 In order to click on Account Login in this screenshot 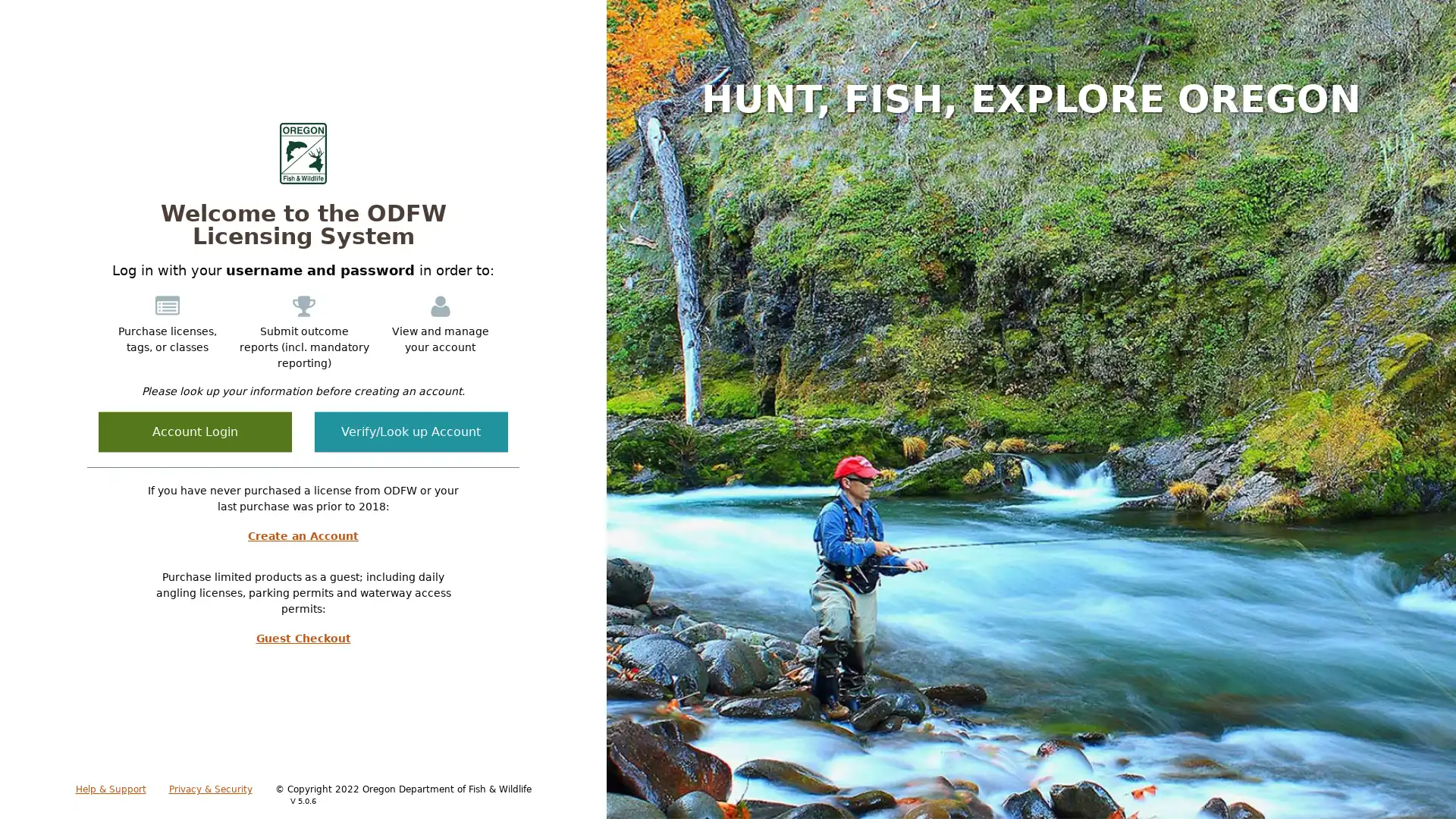, I will do `click(194, 431)`.